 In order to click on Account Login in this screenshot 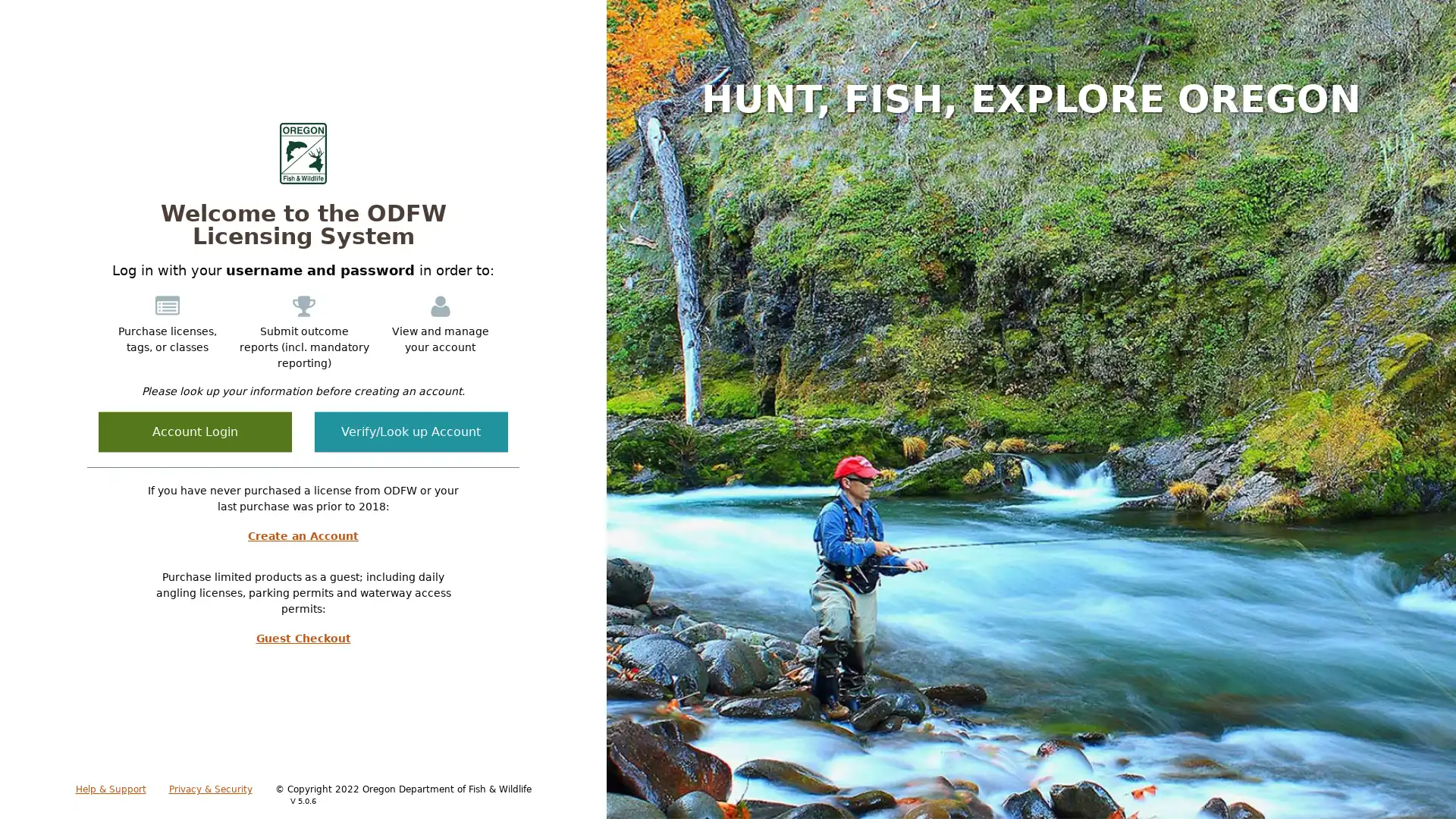, I will do `click(194, 431)`.